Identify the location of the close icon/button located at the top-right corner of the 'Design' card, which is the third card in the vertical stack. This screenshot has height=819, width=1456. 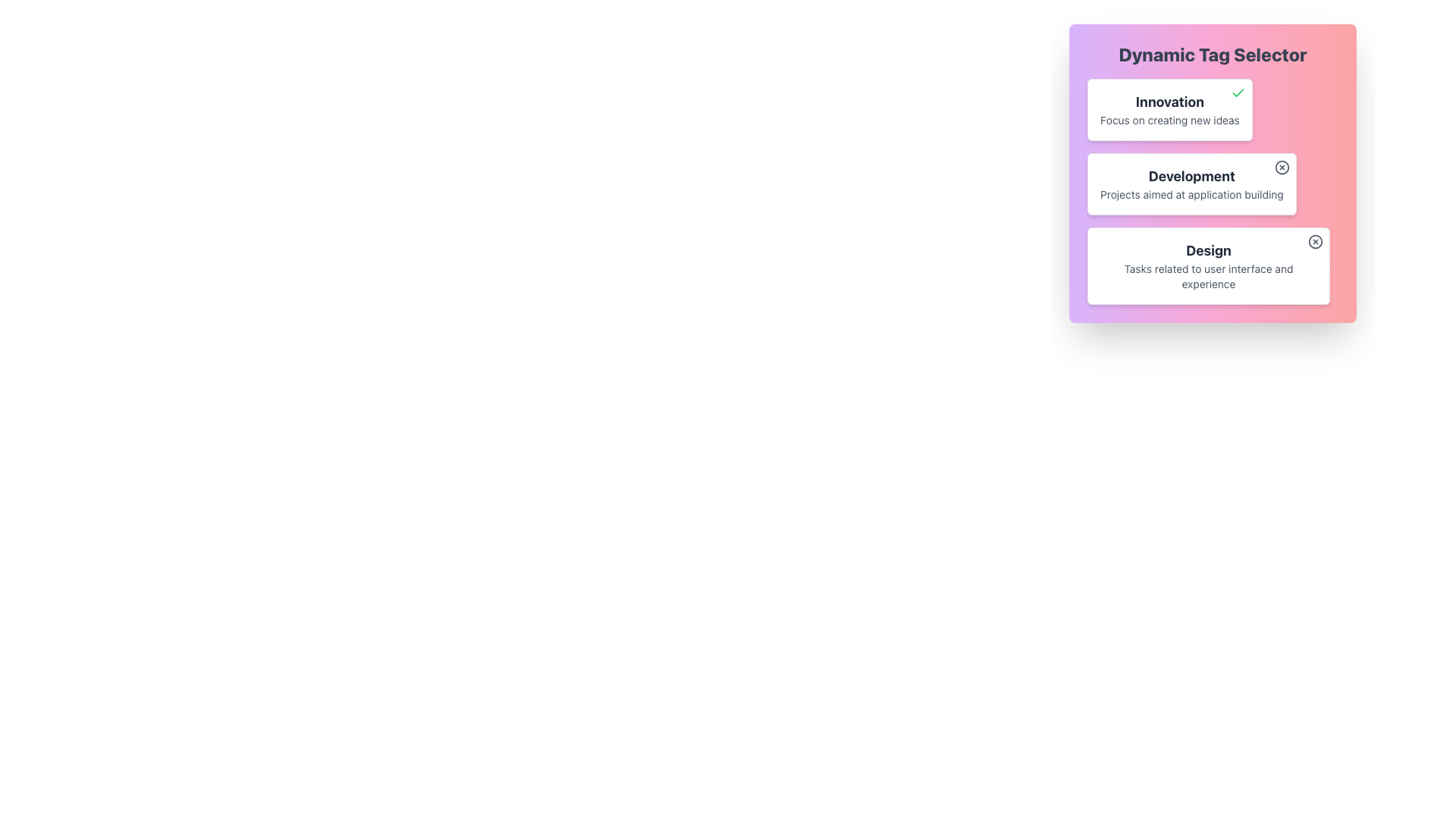
(1314, 241).